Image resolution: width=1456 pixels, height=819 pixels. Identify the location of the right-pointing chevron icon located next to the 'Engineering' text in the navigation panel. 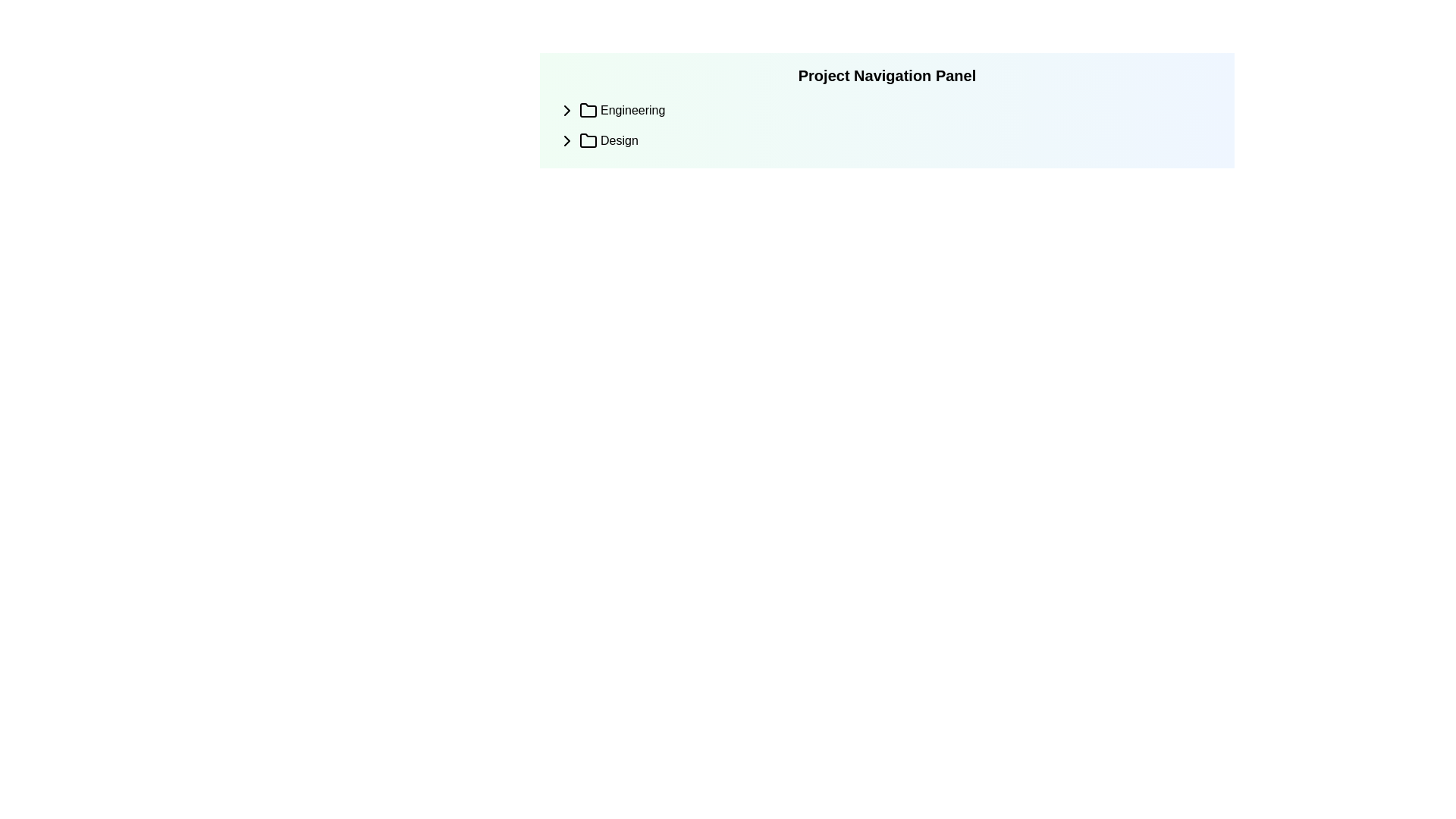
(566, 110).